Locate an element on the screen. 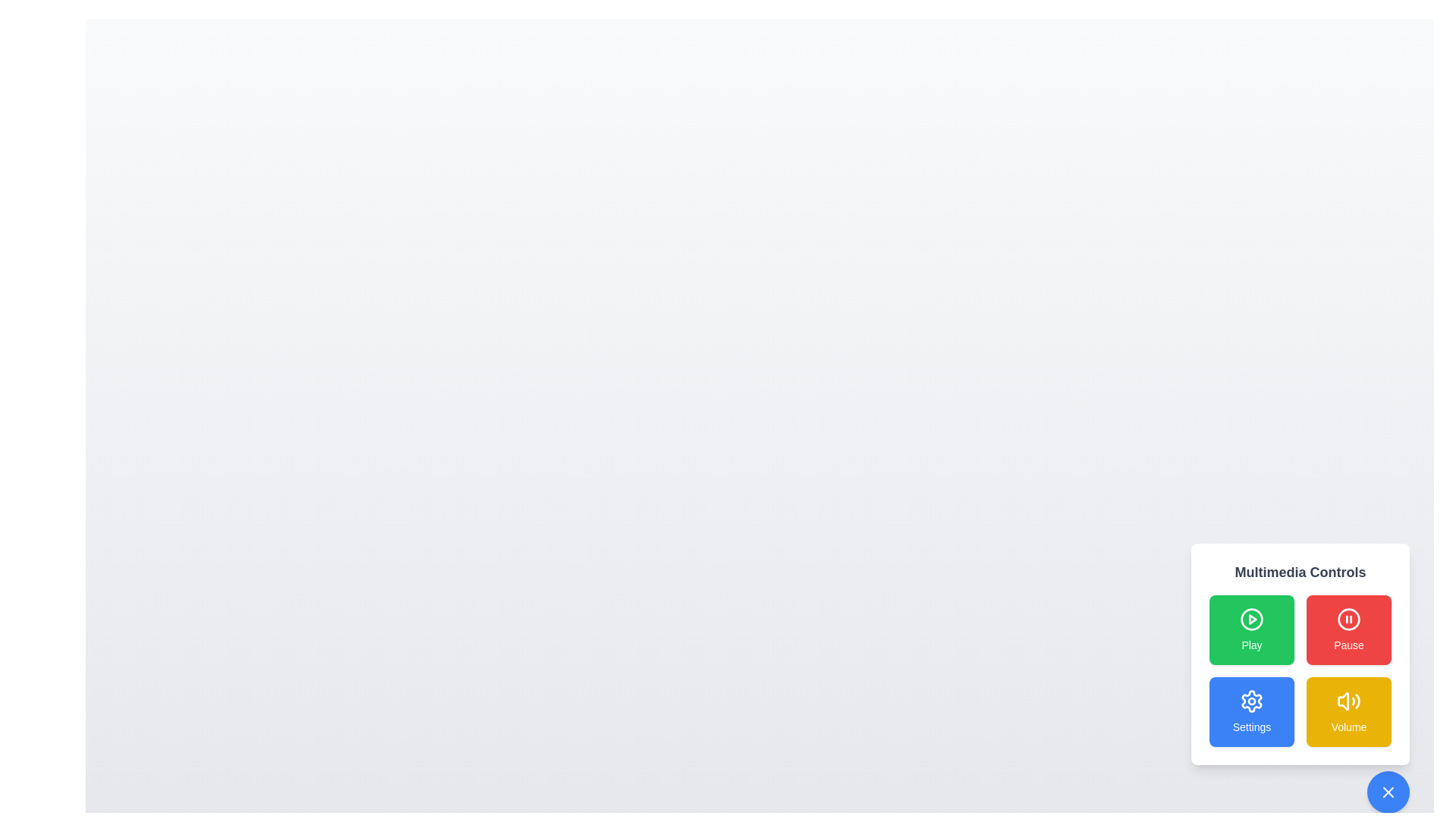  text label 'Play' located at the bottom-center of the green button with a circular play icon above it is located at coordinates (1252, 645).